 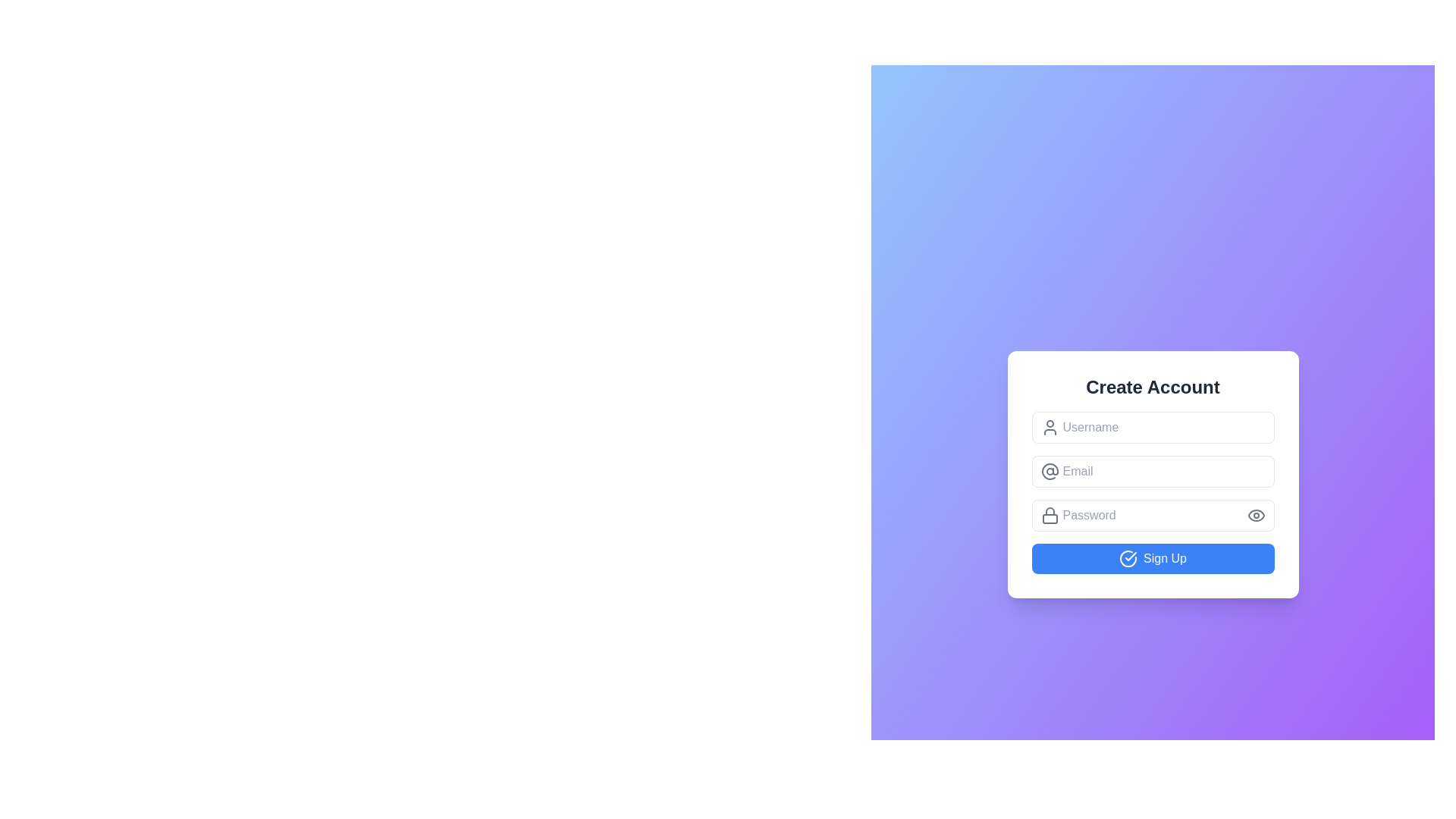 I want to click on the eye-shaped icon, styled in gray, located next to the password input field, so click(x=1256, y=514).